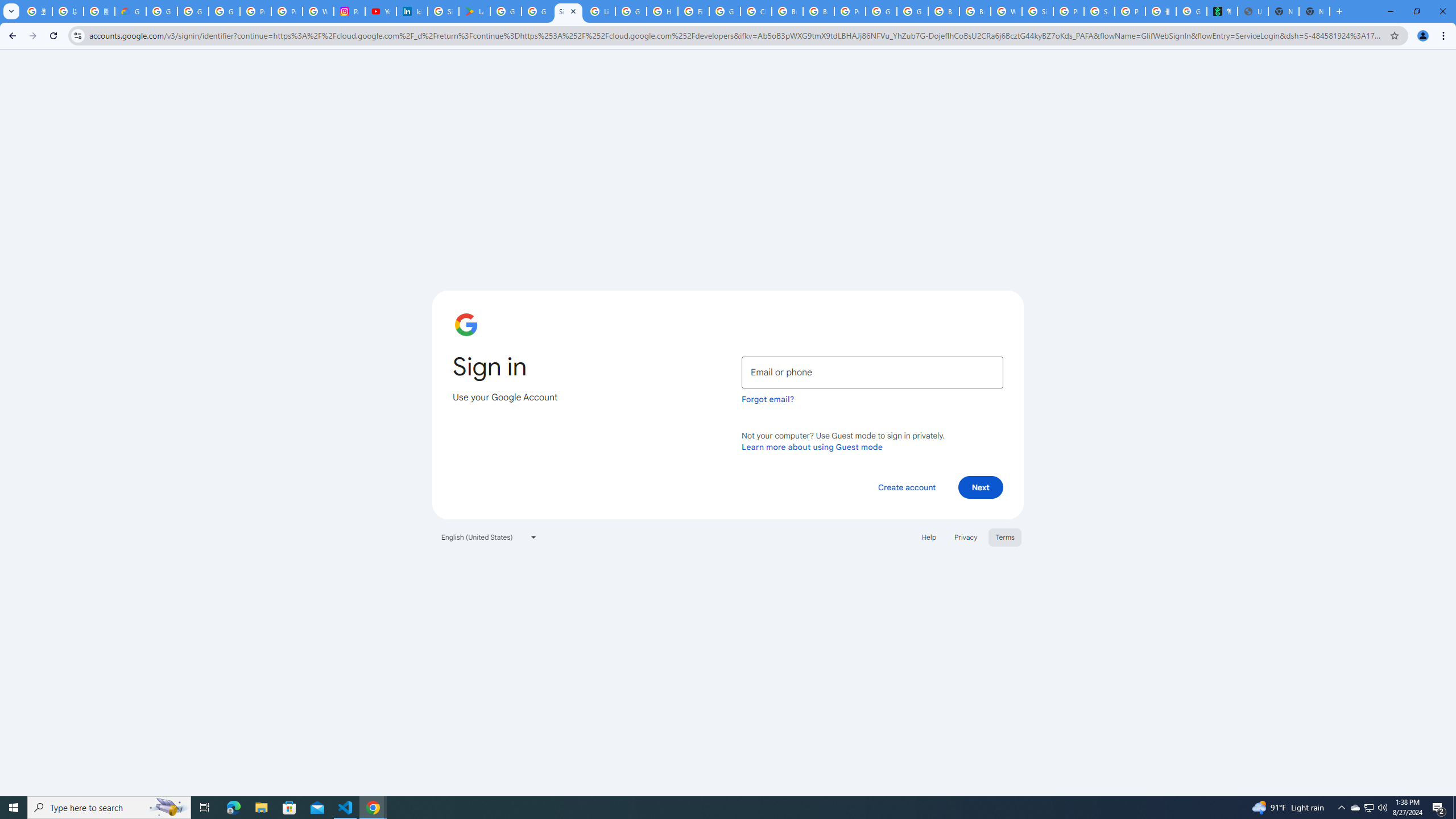 The image size is (1456, 819). What do you see at coordinates (661, 11) in the screenshot?
I see `'How do I create a new Google Account? - Google Account Help'` at bounding box center [661, 11].